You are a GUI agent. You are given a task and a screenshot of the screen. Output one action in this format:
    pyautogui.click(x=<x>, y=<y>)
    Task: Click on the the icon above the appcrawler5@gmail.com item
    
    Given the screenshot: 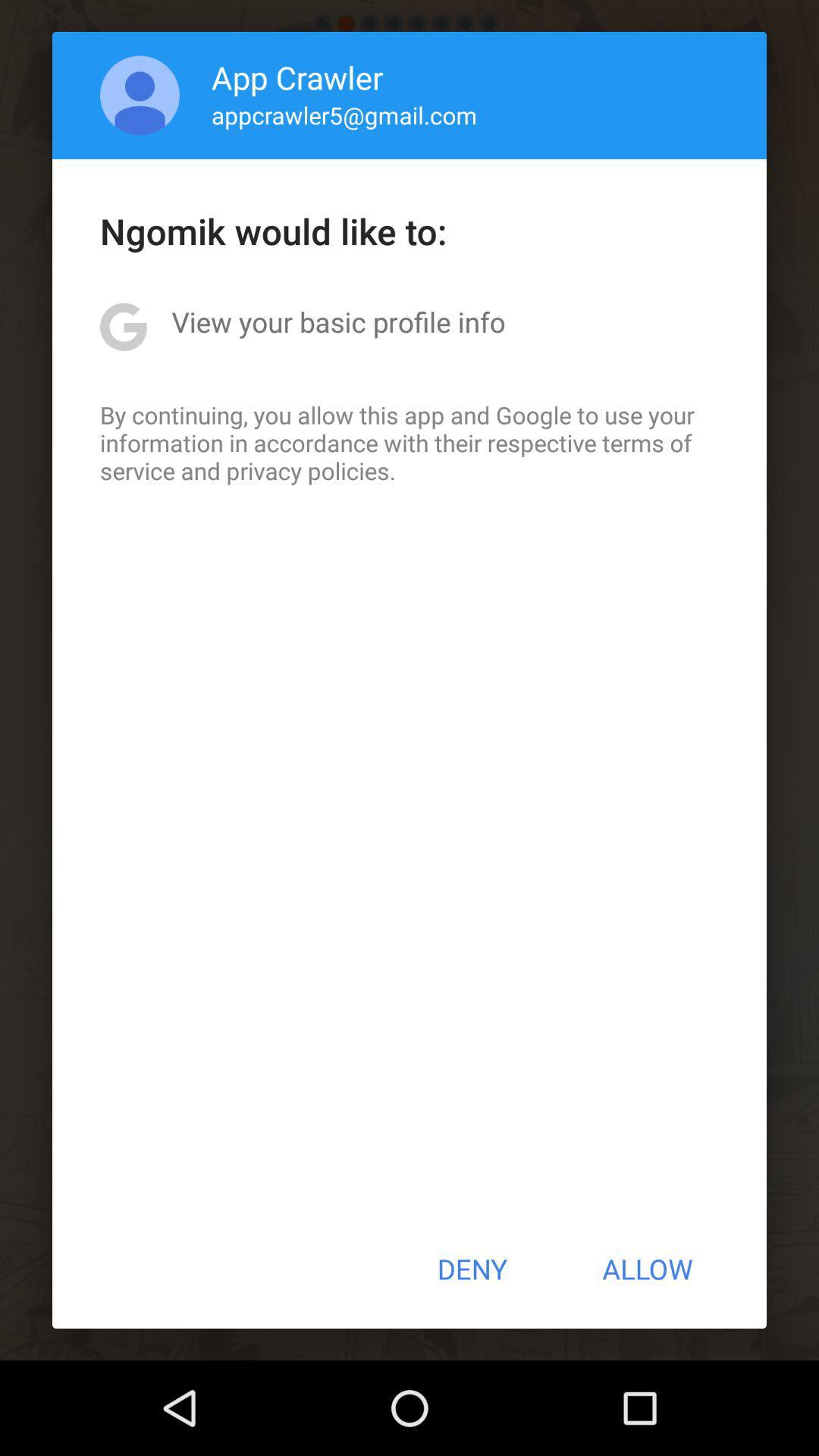 What is the action you would take?
    pyautogui.click(x=297, y=76)
    